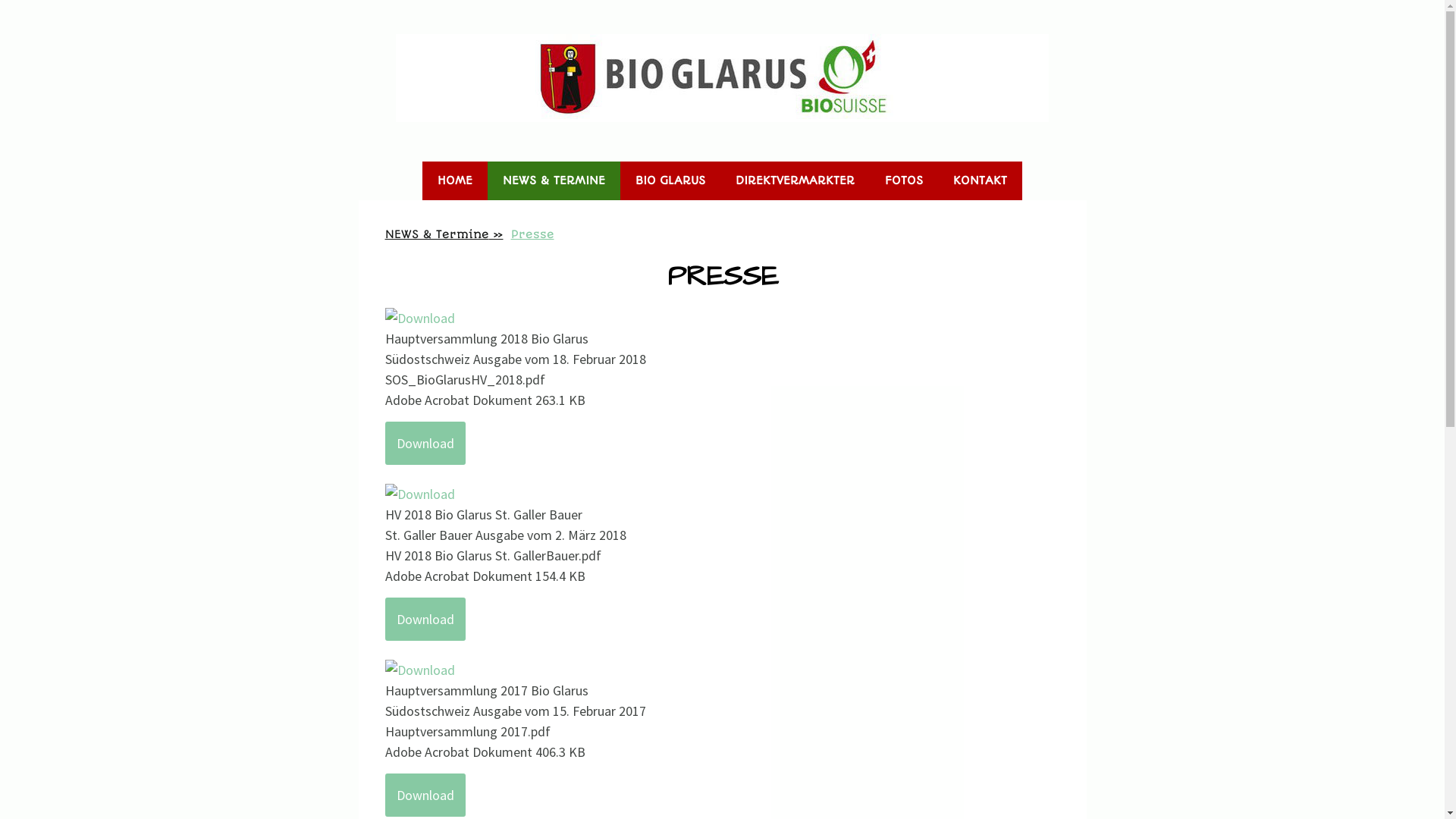 The height and width of the screenshot is (819, 1456). What do you see at coordinates (443, 234) in the screenshot?
I see `'NEWS & Termine'` at bounding box center [443, 234].